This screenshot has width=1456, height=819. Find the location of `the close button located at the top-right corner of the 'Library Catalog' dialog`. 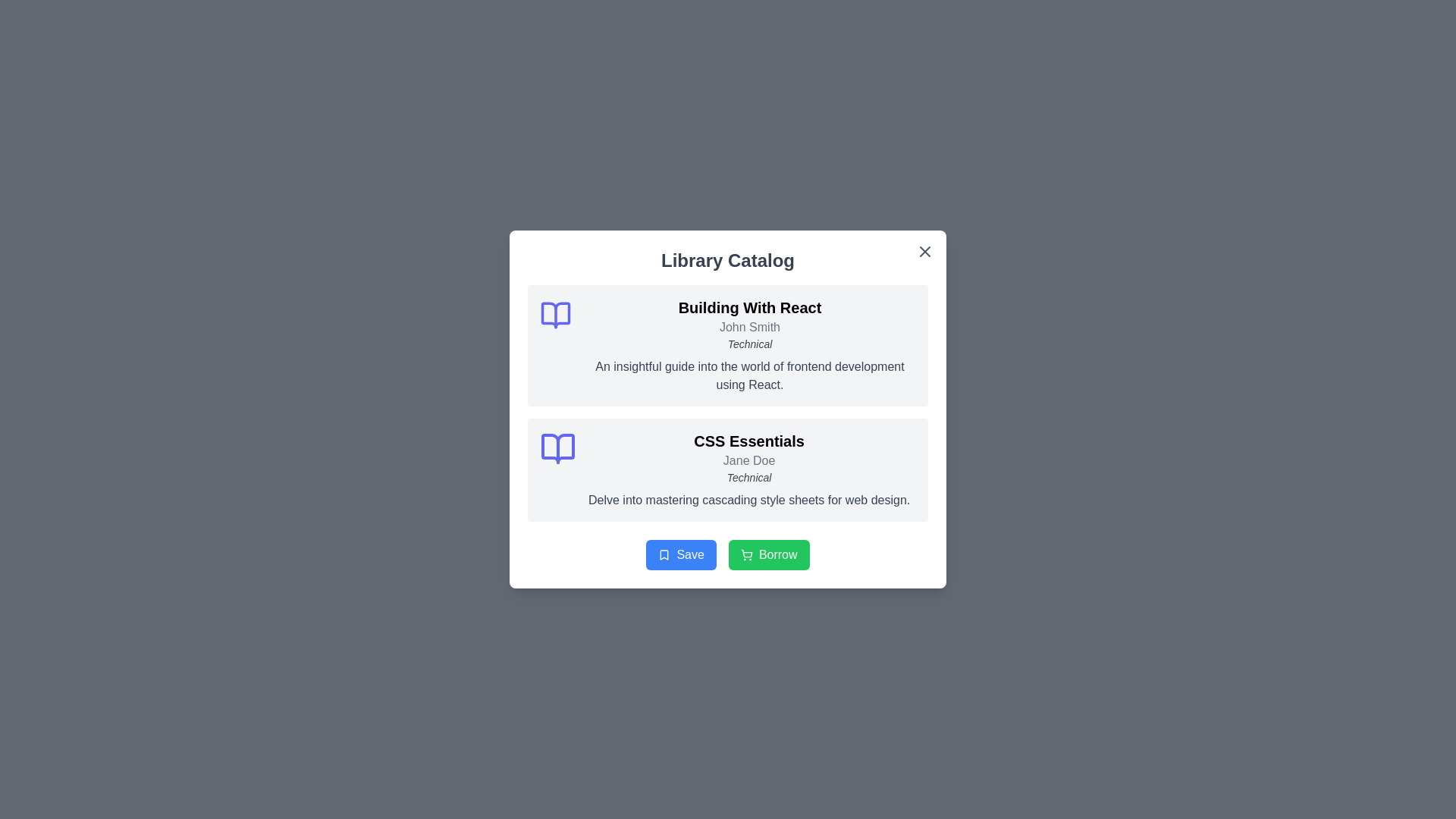

the close button located at the top-right corner of the 'Library Catalog' dialog is located at coordinates (924, 250).